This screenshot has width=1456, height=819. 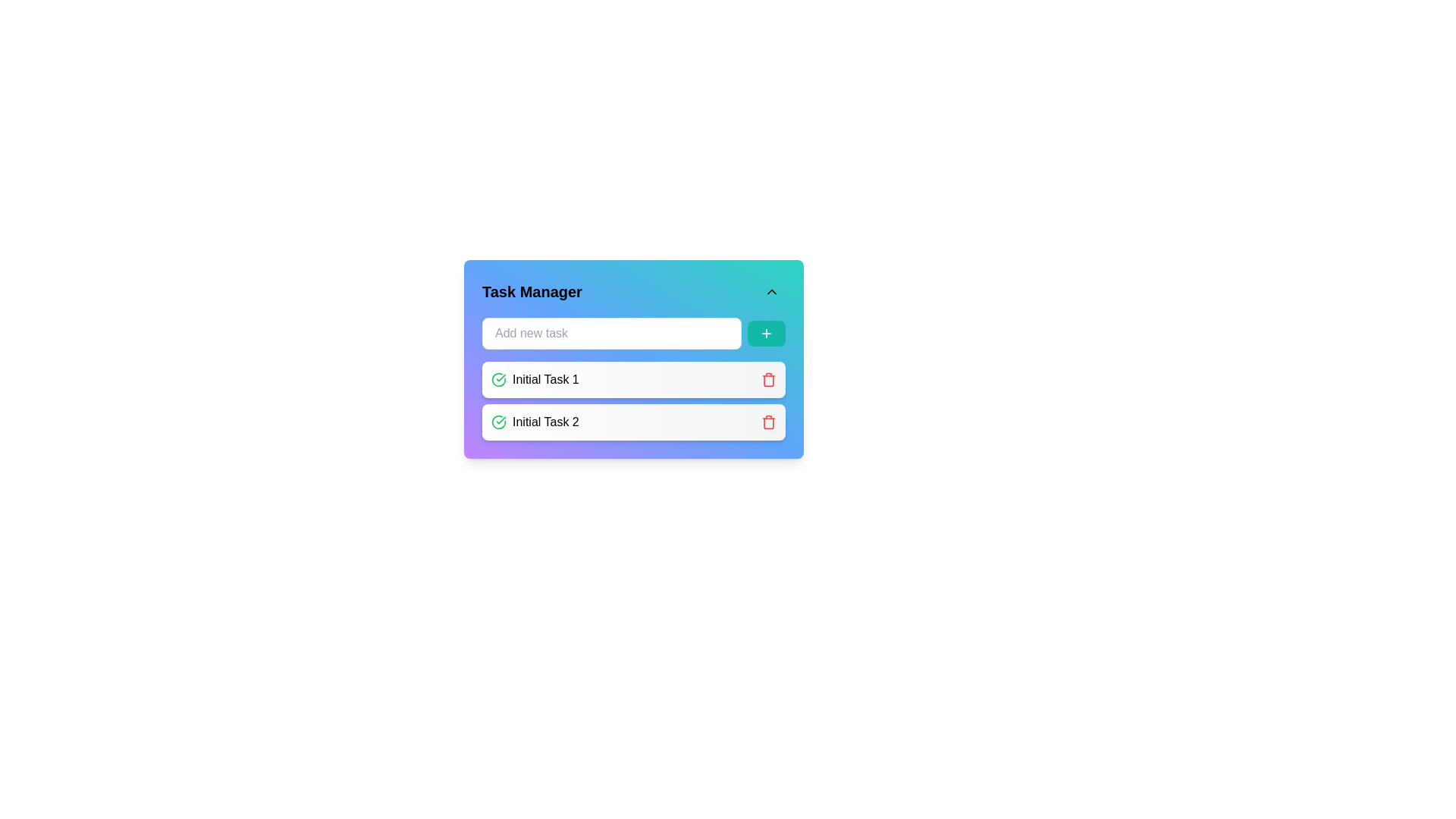 What do you see at coordinates (767, 332) in the screenshot?
I see `the plus icon button located near the top-right corner of the task management panel` at bounding box center [767, 332].